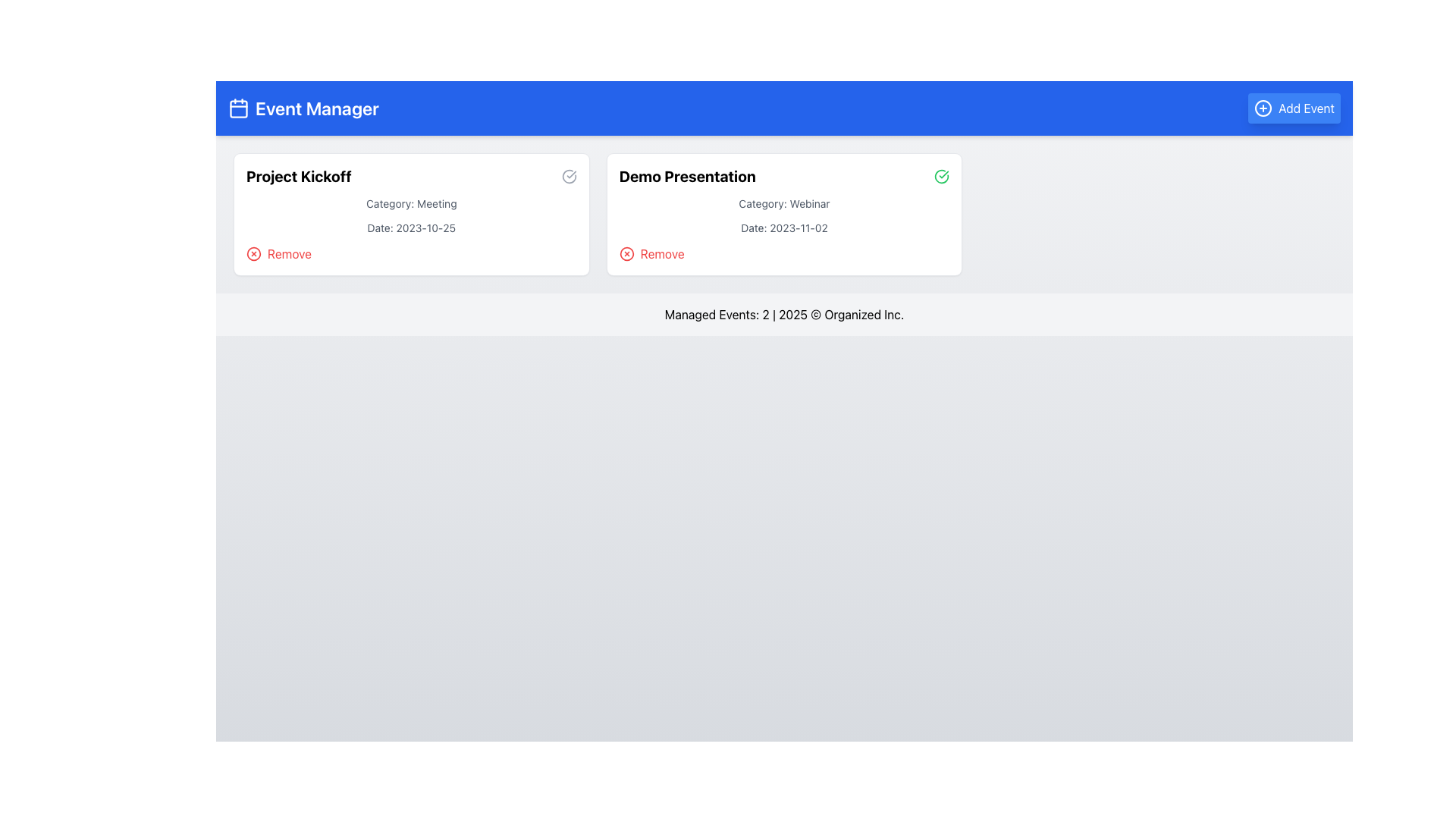  What do you see at coordinates (626, 253) in the screenshot?
I see `the circular icon with a red border and a central cross (X) symbol located at the upper-right corner of the 'Demo Presentation' card` at bounding box center [626, 253].